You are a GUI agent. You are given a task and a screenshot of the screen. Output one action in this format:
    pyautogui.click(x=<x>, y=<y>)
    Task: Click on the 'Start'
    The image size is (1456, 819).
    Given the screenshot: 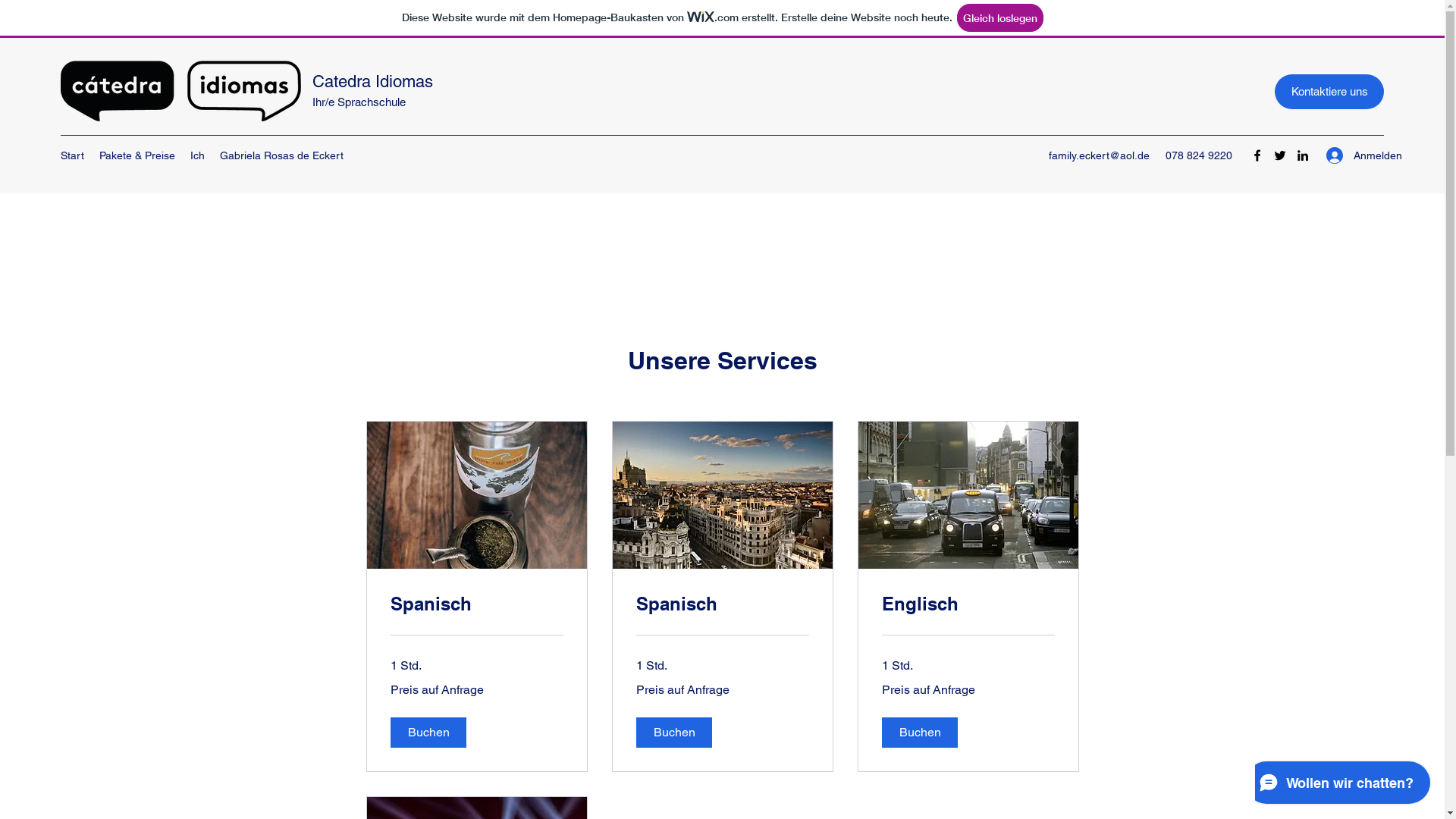 What is the action you would take?
    pyautogui.click(x=53, y=155)
    